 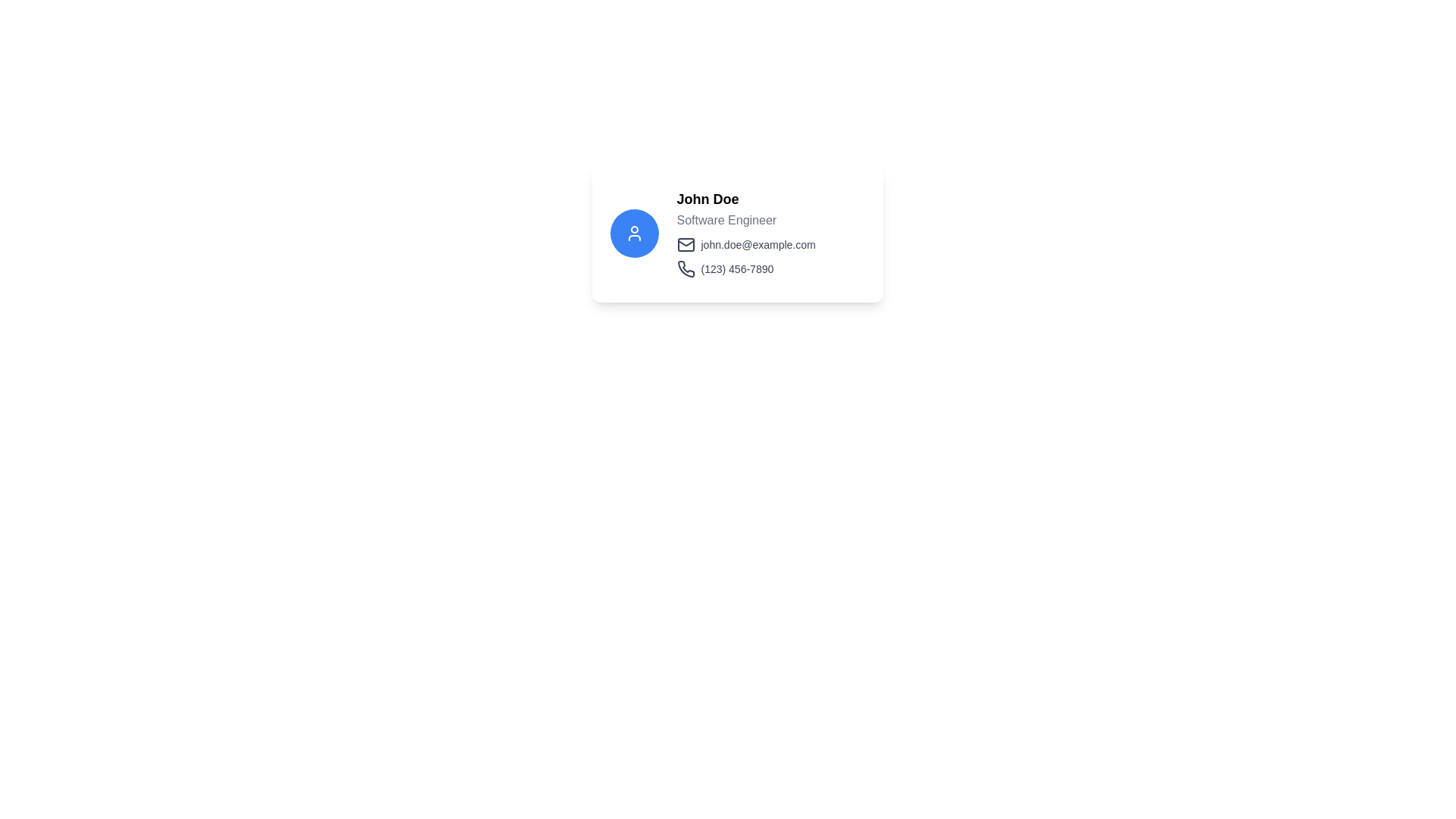 What do you see at coordinates (685, 268) in the screenshot?
I see `the dark-themed phone receiver icon located at the bottom-right section of the white information card, which is positioned directly to the left of the phone number '(123) 456-7890'` at bounding box center [685, 268].